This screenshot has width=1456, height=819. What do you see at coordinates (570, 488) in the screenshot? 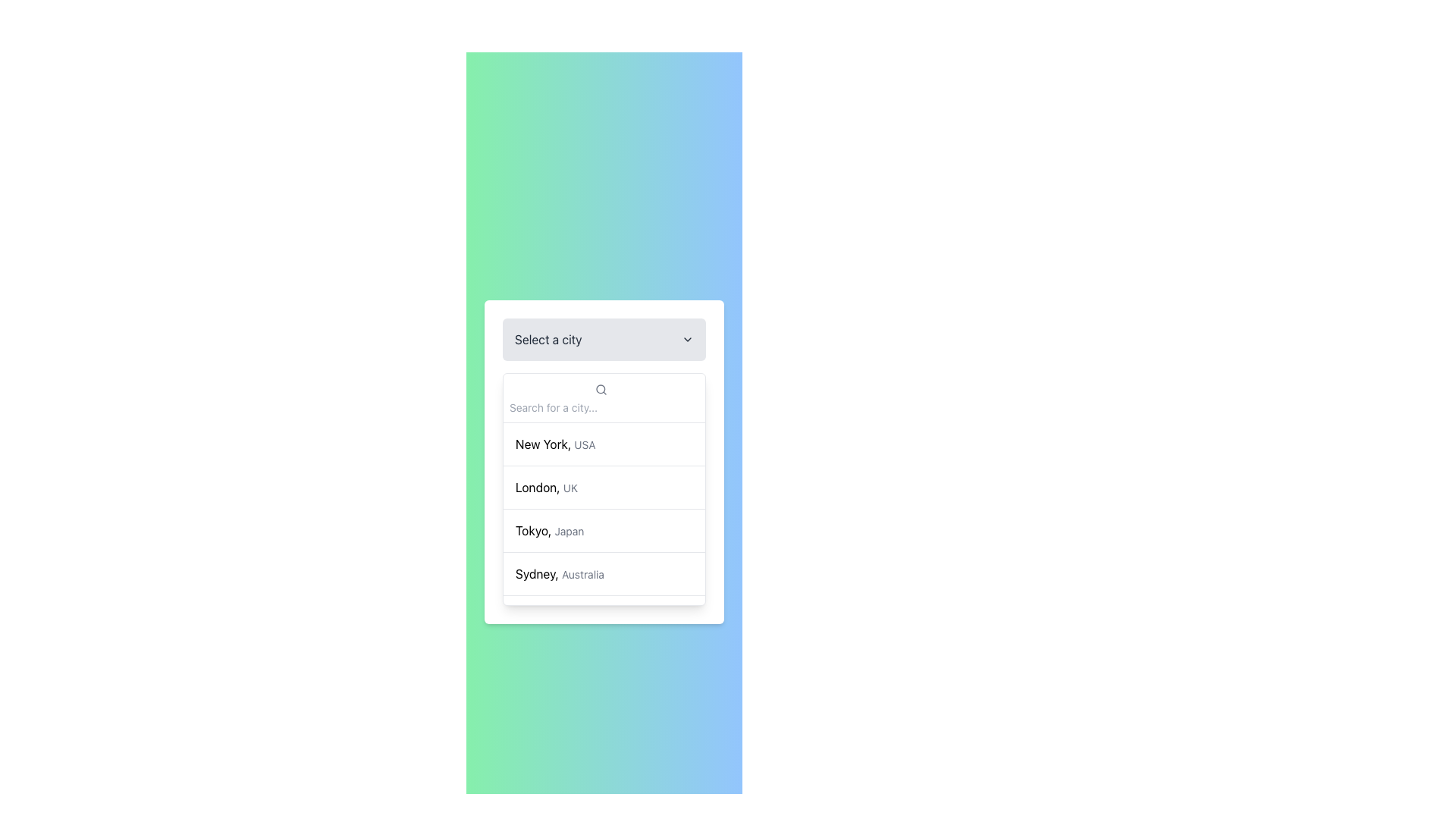
I see `the static text label displaying 'UK', which is styled in gray and positioned to the right of 'London' in the dropdown menu listing city names` at bounding box center [570, 488].